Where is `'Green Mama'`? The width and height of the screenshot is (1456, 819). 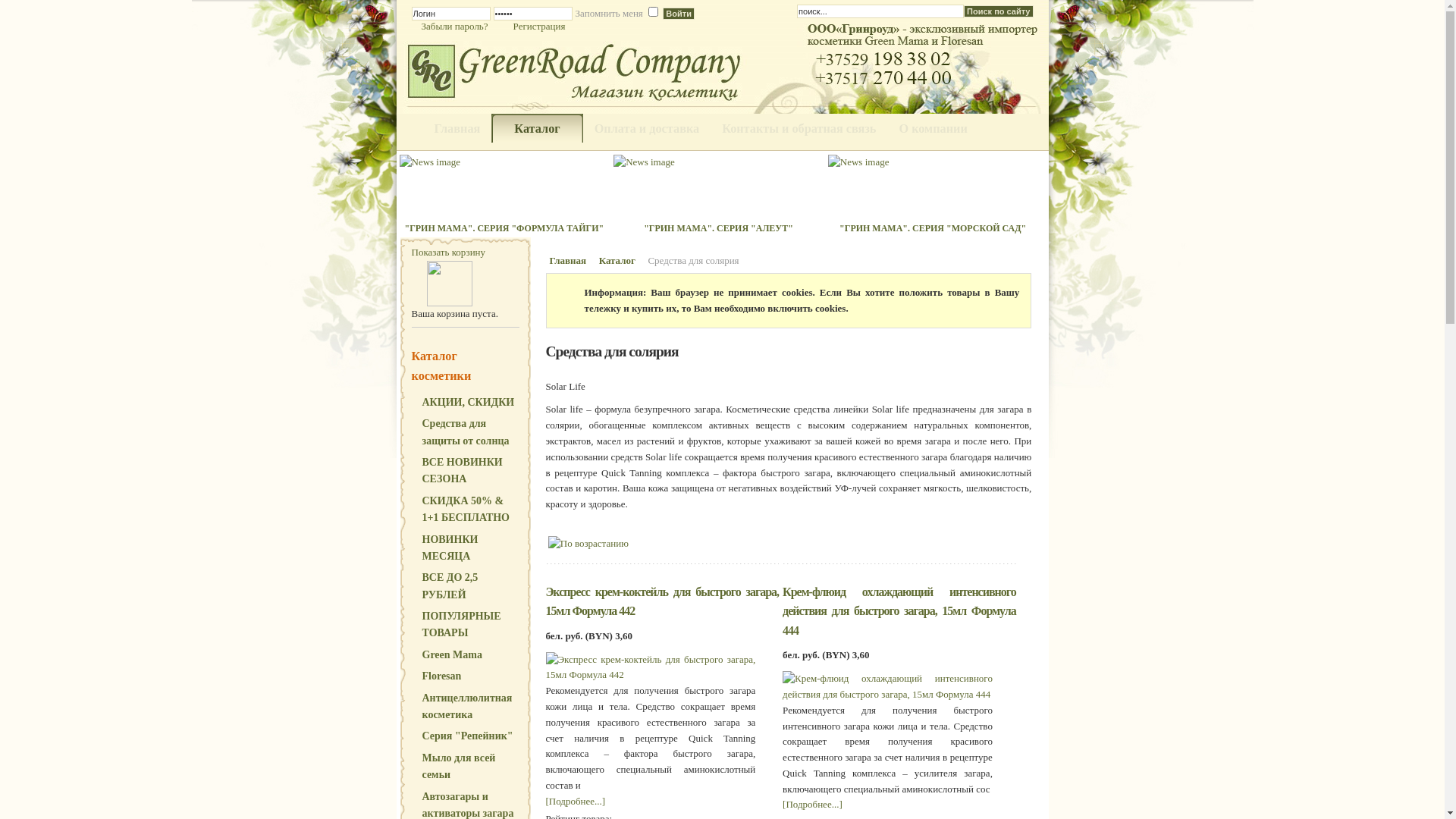 'Green Mama' is located at coordinates (466, 654).